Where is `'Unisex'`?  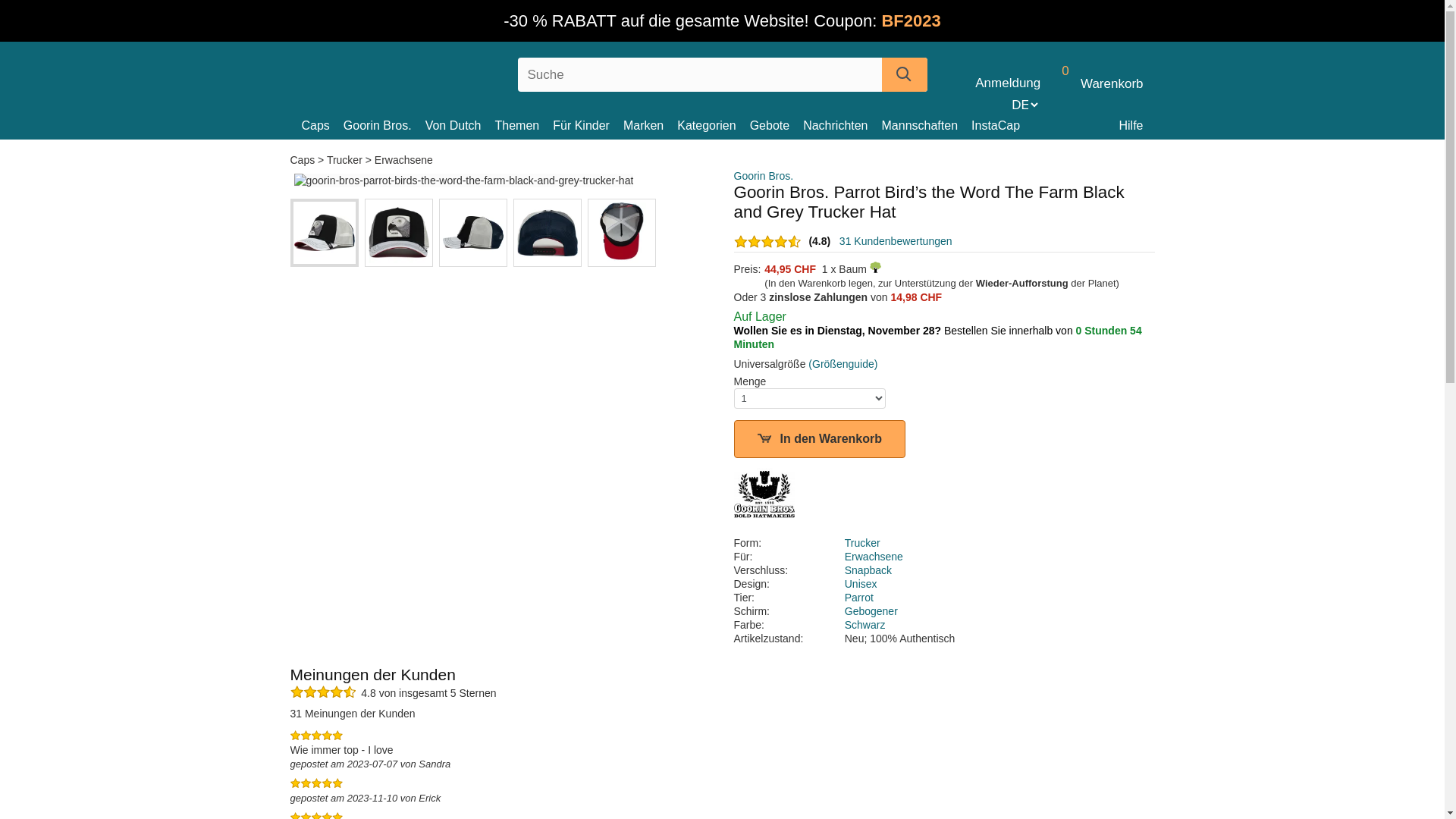
'Unisex' is located at coordinates (843, 583).